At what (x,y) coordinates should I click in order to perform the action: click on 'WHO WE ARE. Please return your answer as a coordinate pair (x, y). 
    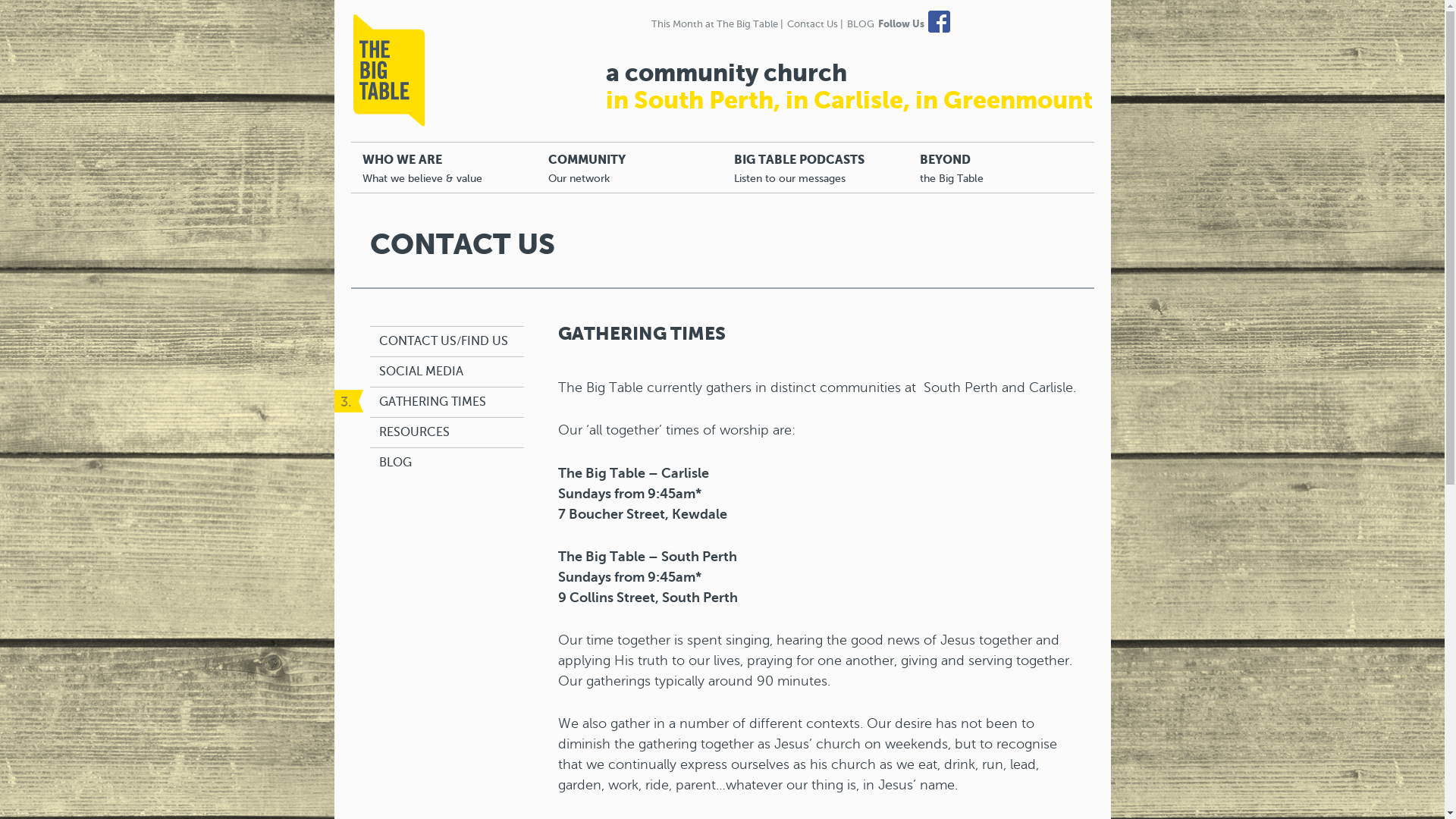
    Looking at the image, I should click on (442, 167).